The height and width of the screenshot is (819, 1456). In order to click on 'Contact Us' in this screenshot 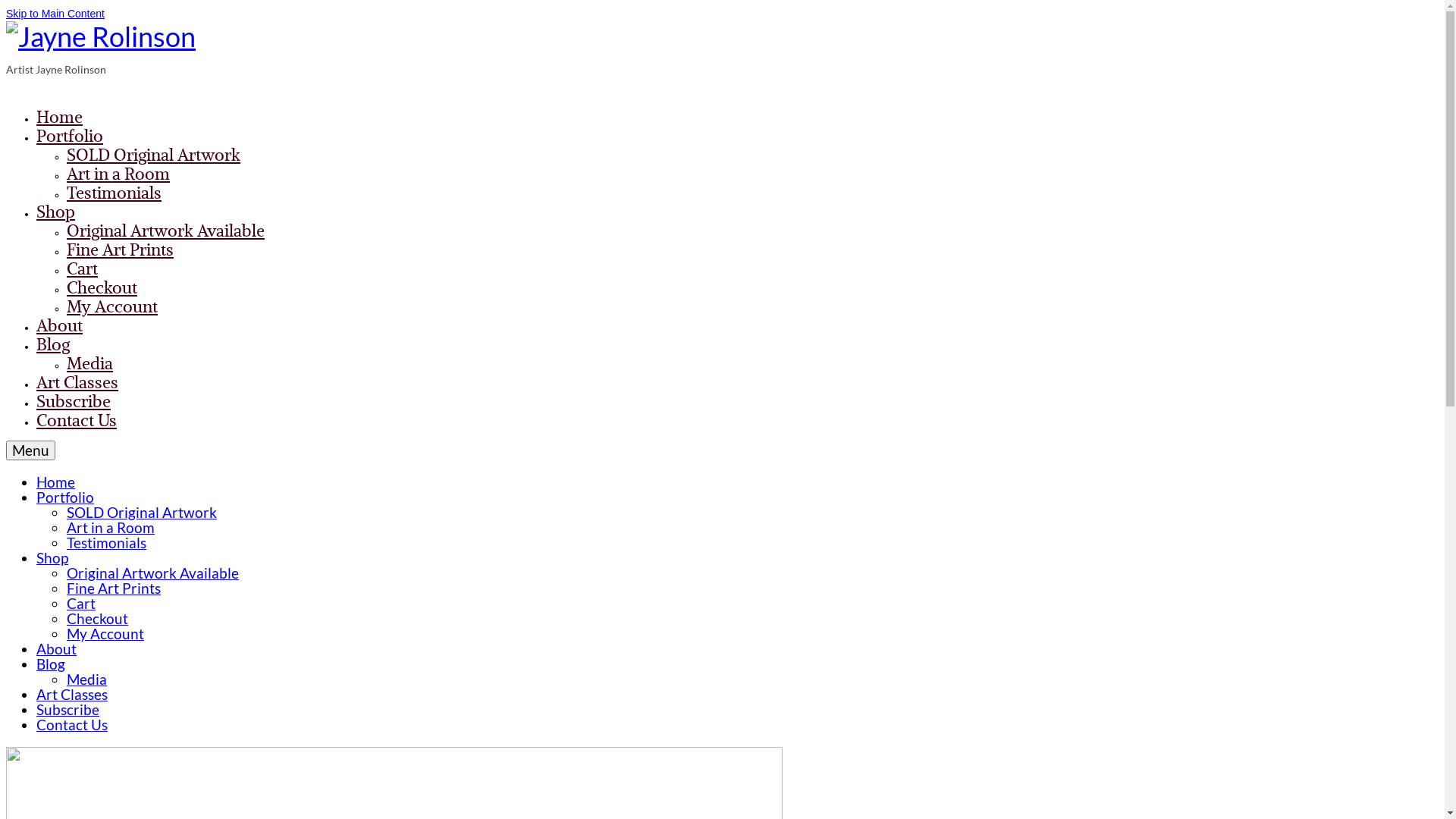, I will do `click(71, 723)`.